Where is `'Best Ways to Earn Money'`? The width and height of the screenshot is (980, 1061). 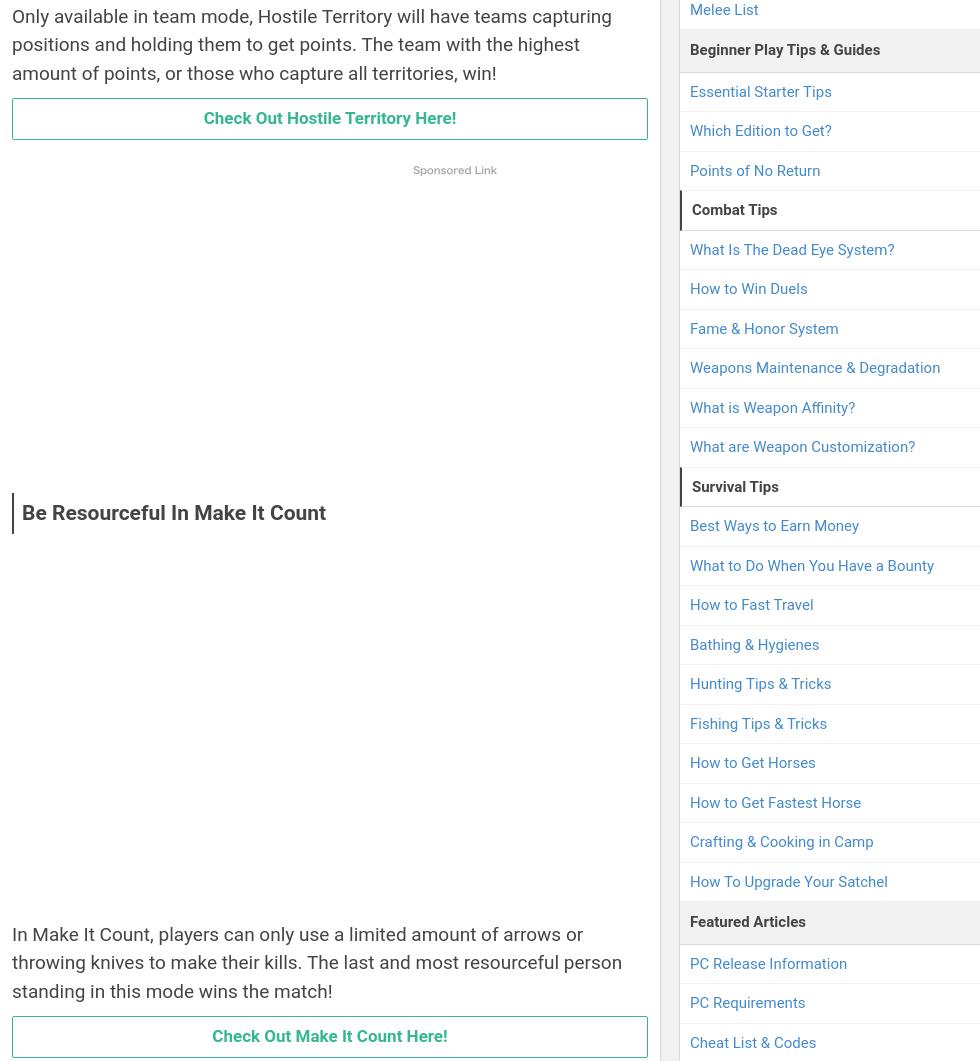
'Best Ways to Earn Money' is located at coordinates (774, 526).